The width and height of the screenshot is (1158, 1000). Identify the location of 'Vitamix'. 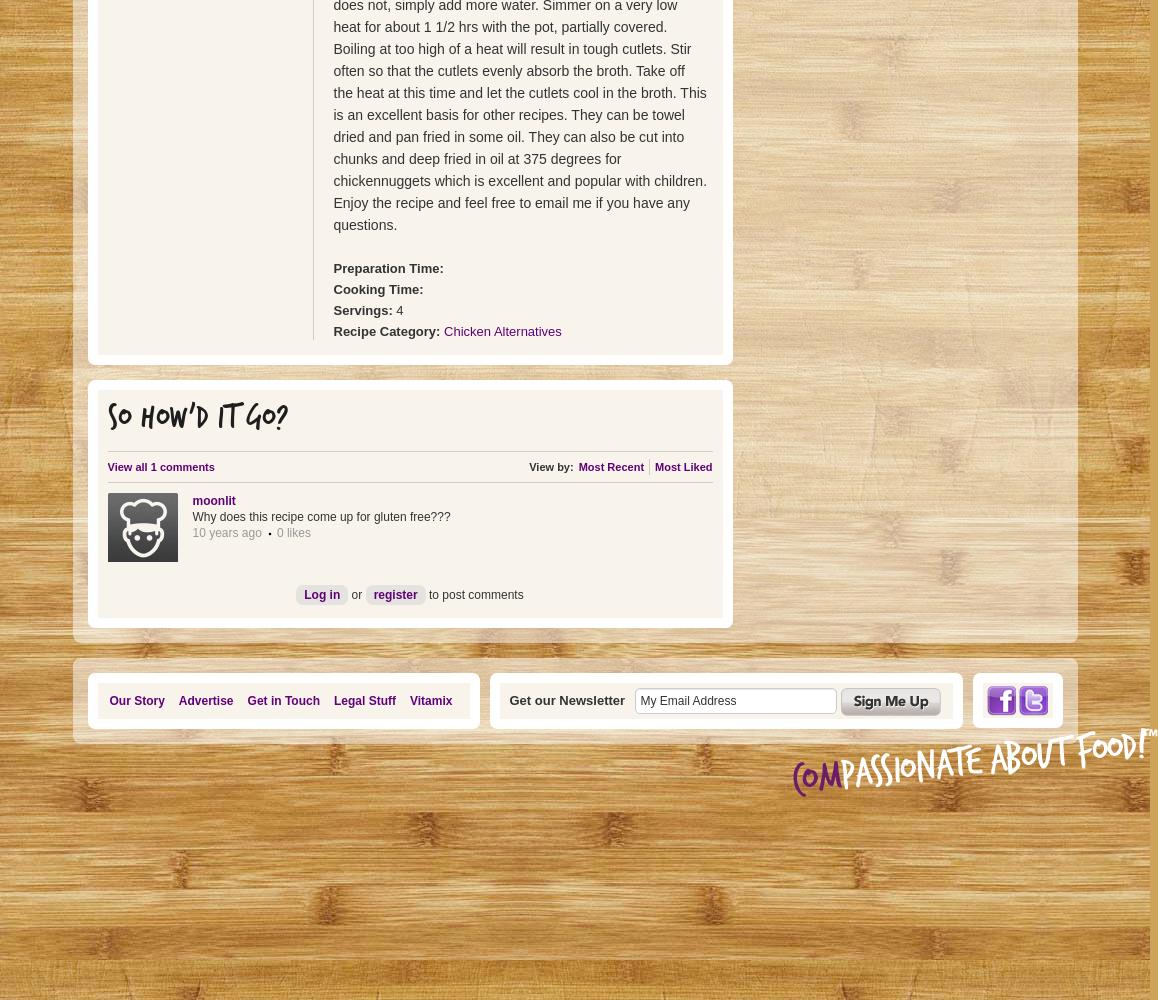
(431, 700).